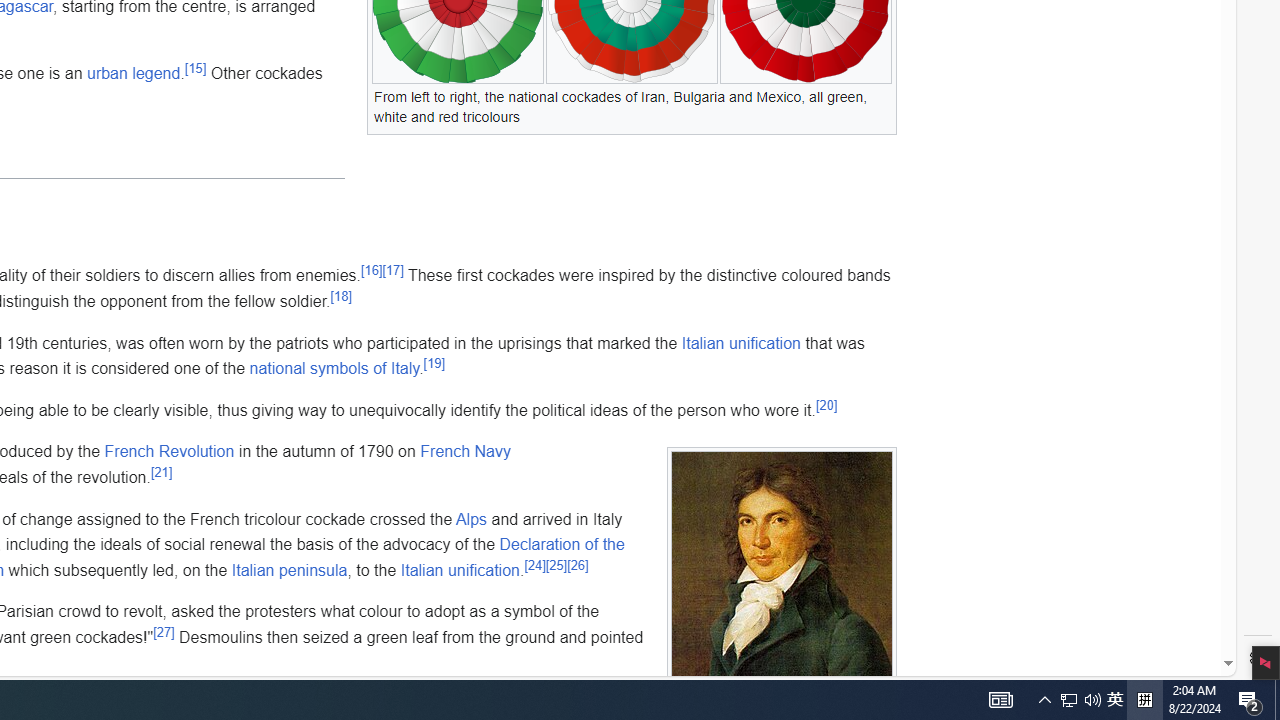  Describe the element at coordinates (432, 362) in the screenshot. I see `'[19]'` at that location.